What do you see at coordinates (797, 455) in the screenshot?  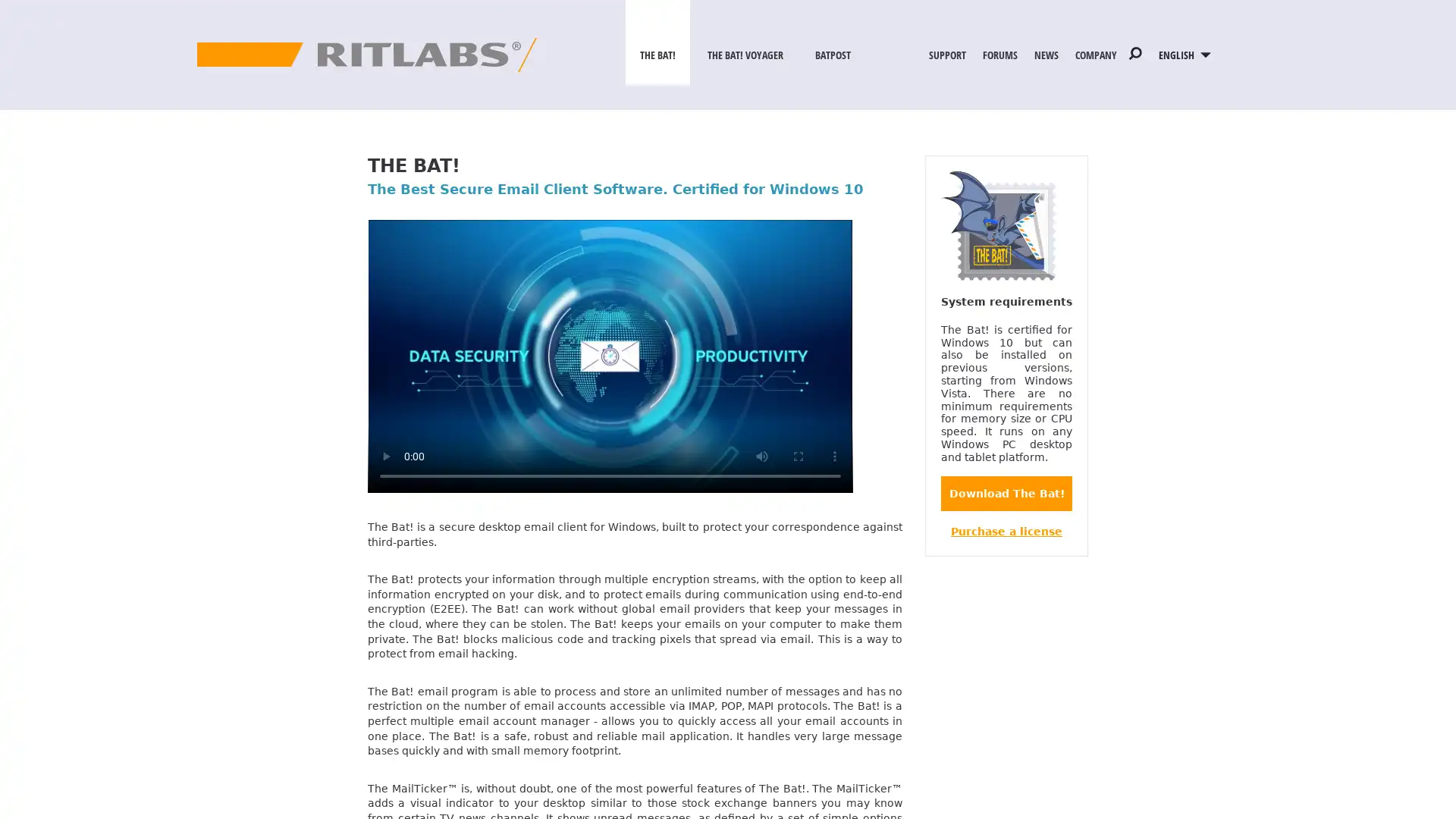 I see `enter full screen` at bounding box center [797, 455].